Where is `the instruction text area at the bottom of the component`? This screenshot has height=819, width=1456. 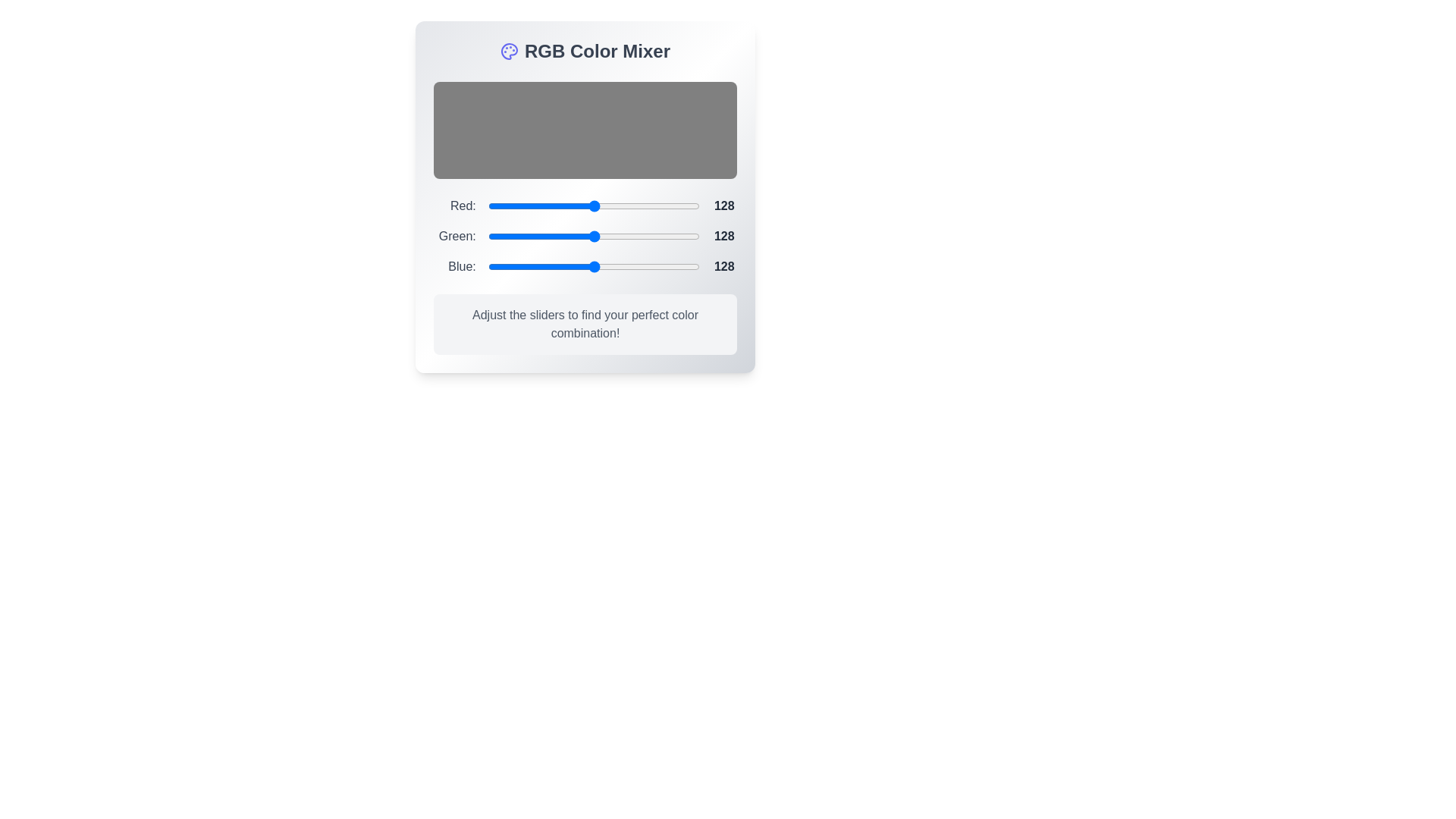 the instruction text area at the bottom of the component is located at coordinates (585, 324).